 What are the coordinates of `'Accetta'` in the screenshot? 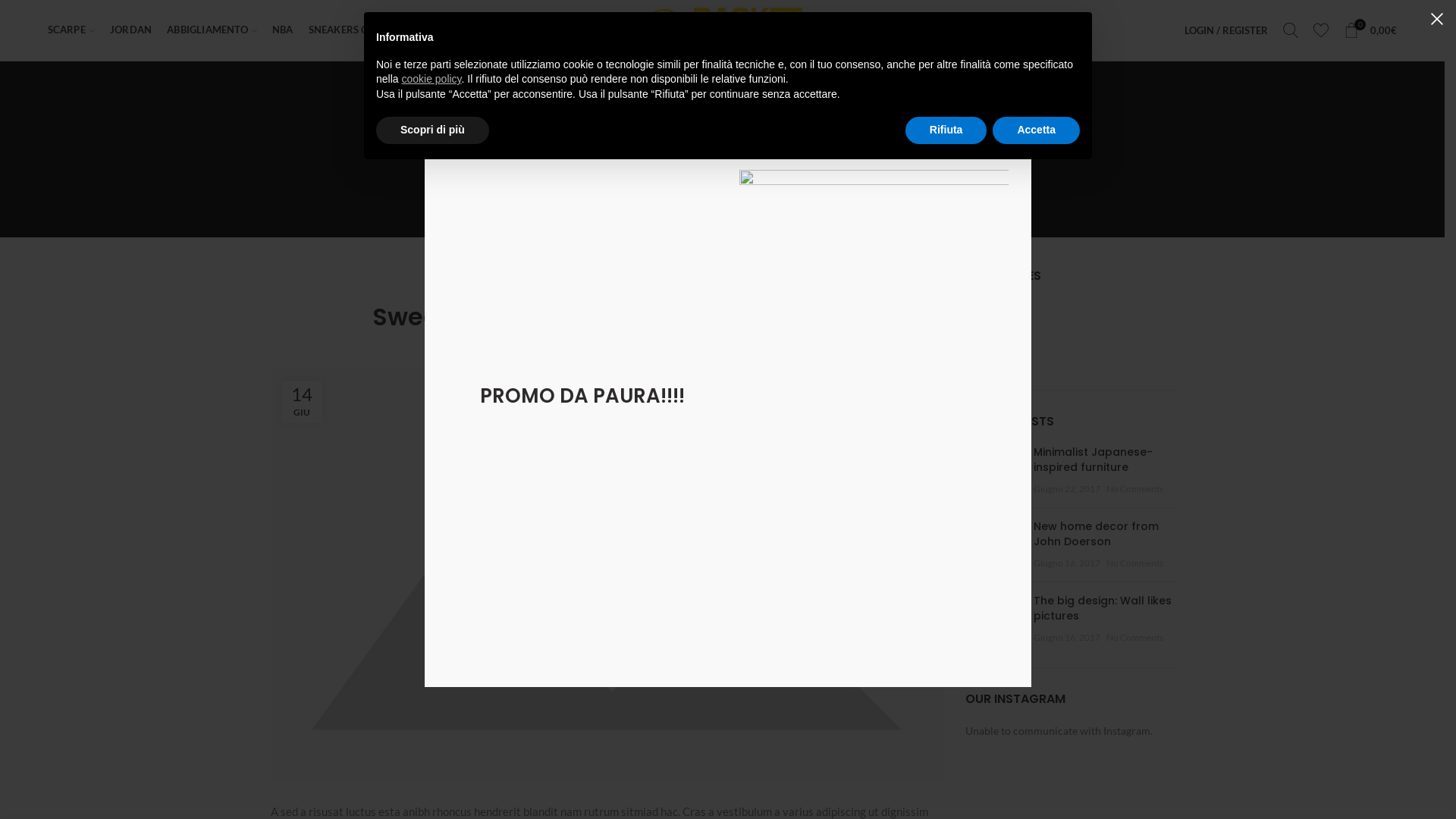 It's located at (1035, 130).